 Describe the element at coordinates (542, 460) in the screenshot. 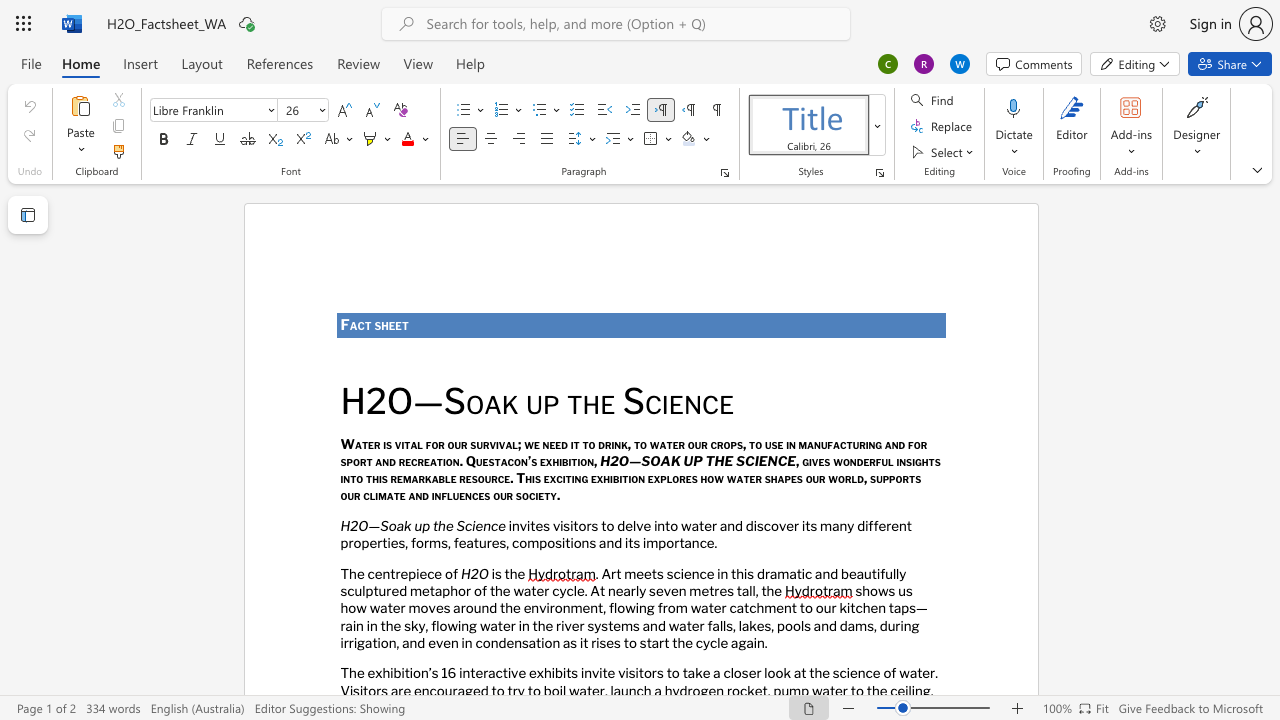

I see `the 10th character "e" in the text` at that location.